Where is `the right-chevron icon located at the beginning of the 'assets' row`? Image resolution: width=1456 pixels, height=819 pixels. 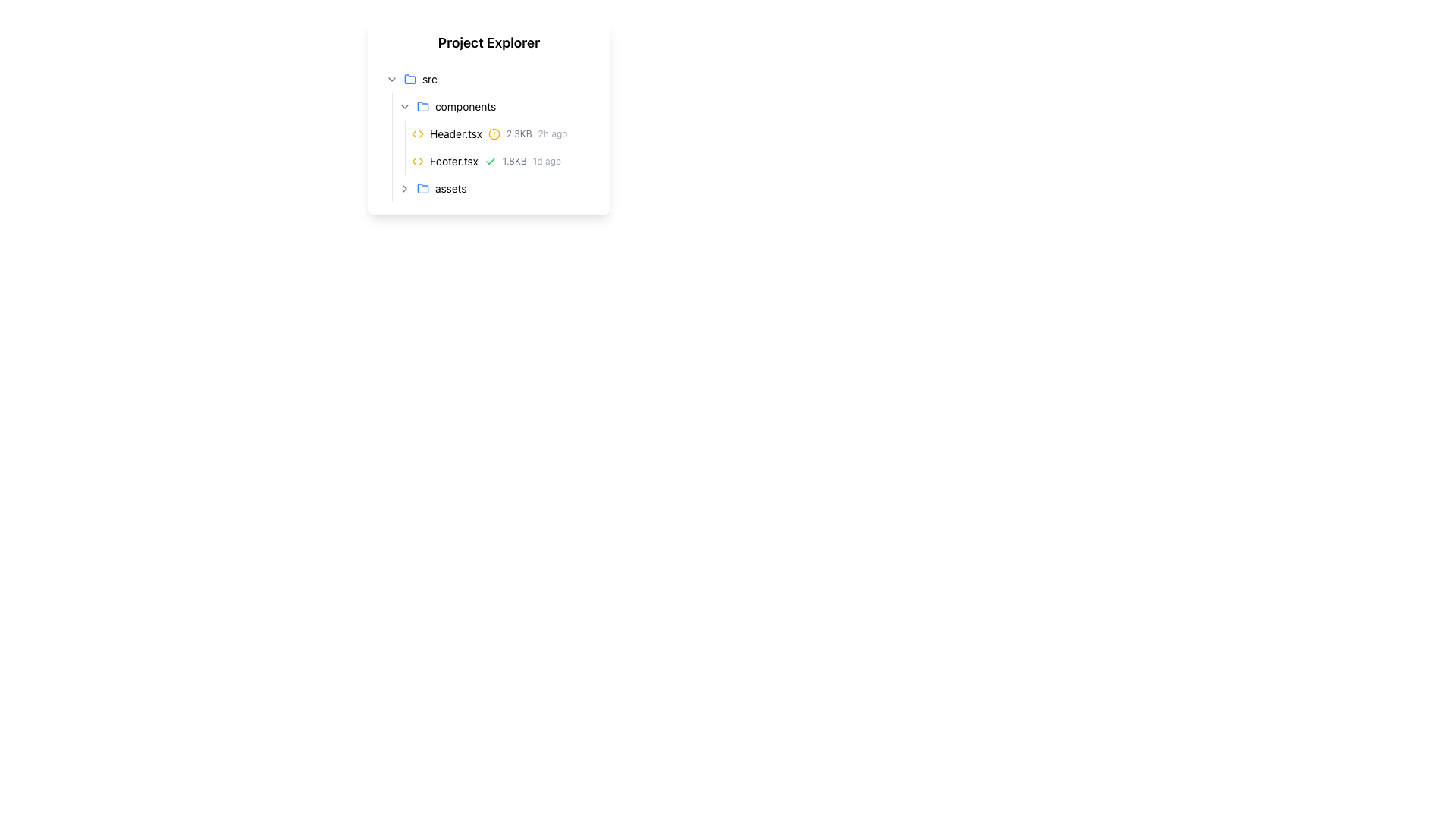
the right-chevron icon located at the beginning of the 'assets' row is located at coordinates (404, 188).